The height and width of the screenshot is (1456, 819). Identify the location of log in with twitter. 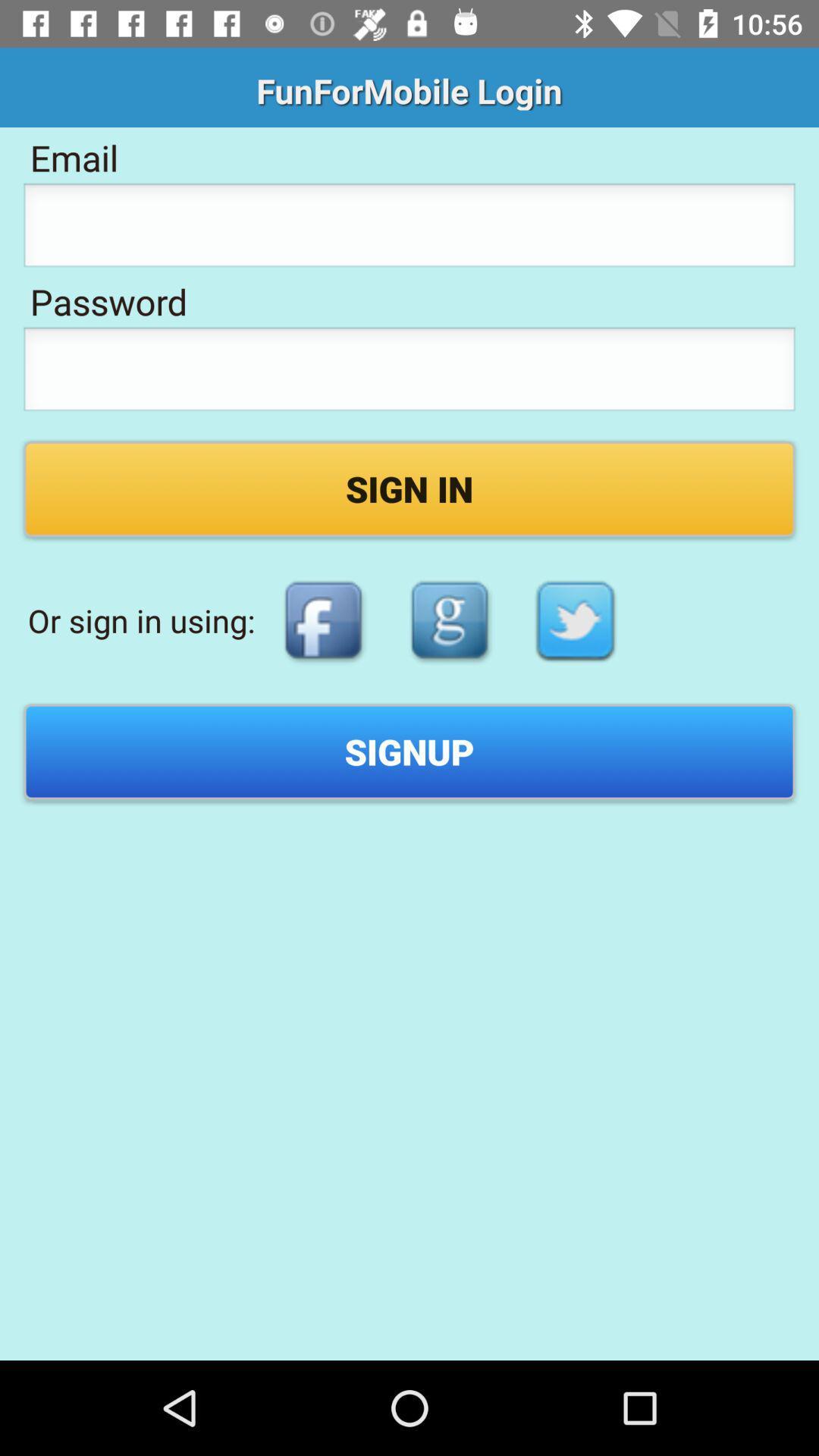
(576, 620).